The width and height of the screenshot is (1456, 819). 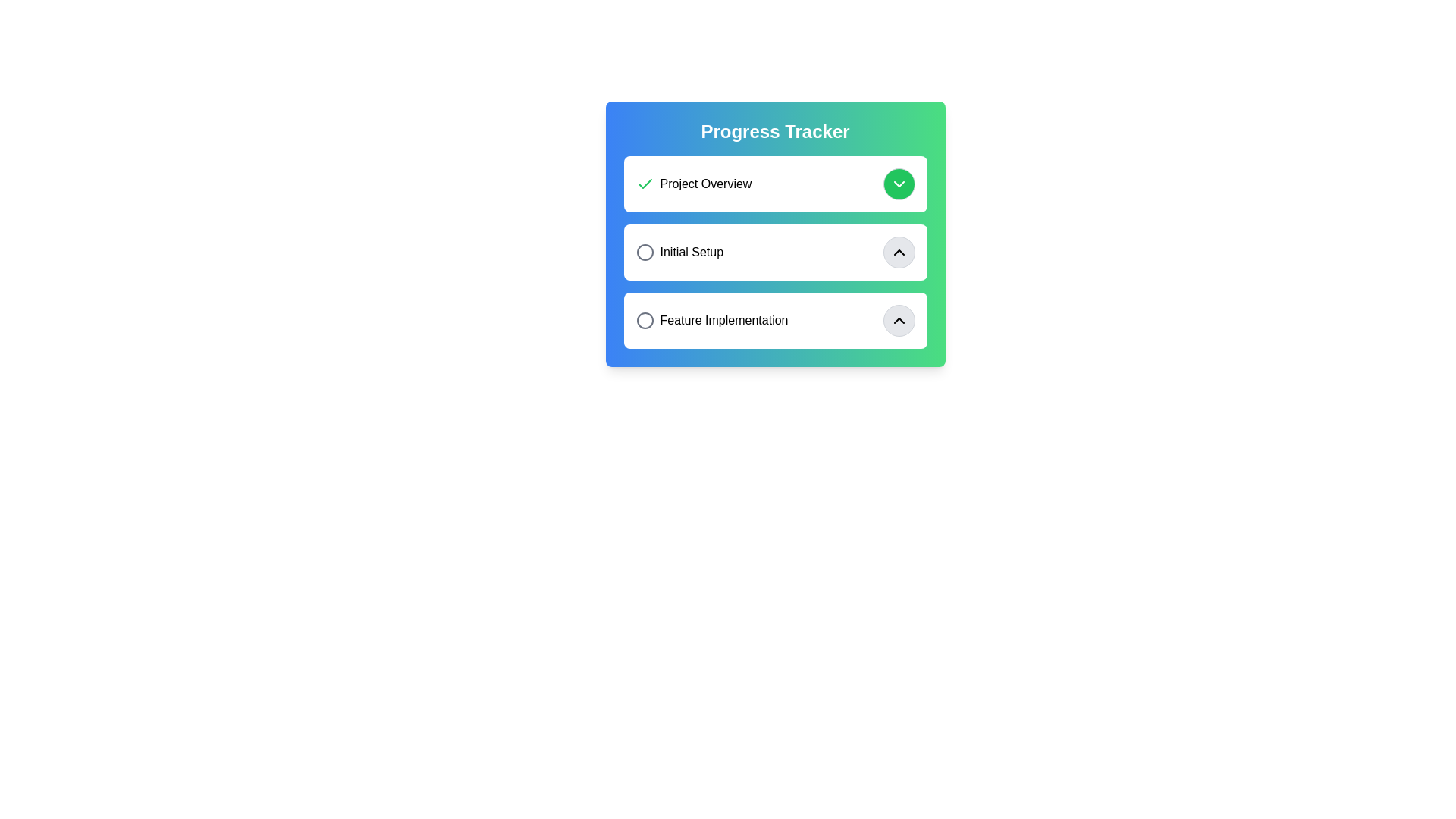 I want to click on the green checkmark icon indicating completion or success in the 'Project Overview' section of the progress tracker, so click(x=645, y=183).